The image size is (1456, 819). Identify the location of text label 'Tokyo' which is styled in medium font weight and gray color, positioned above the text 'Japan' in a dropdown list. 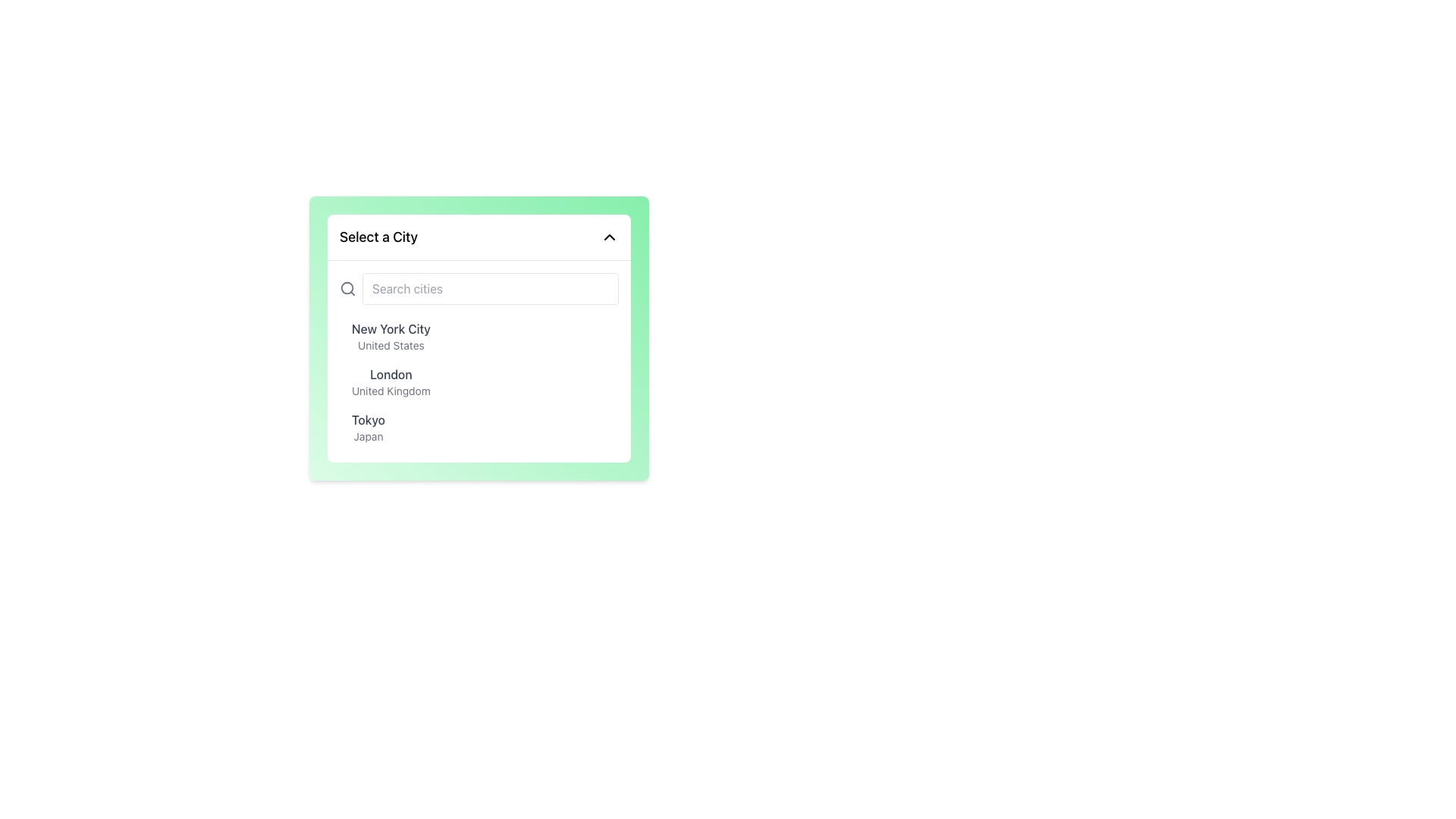
(368, 420).